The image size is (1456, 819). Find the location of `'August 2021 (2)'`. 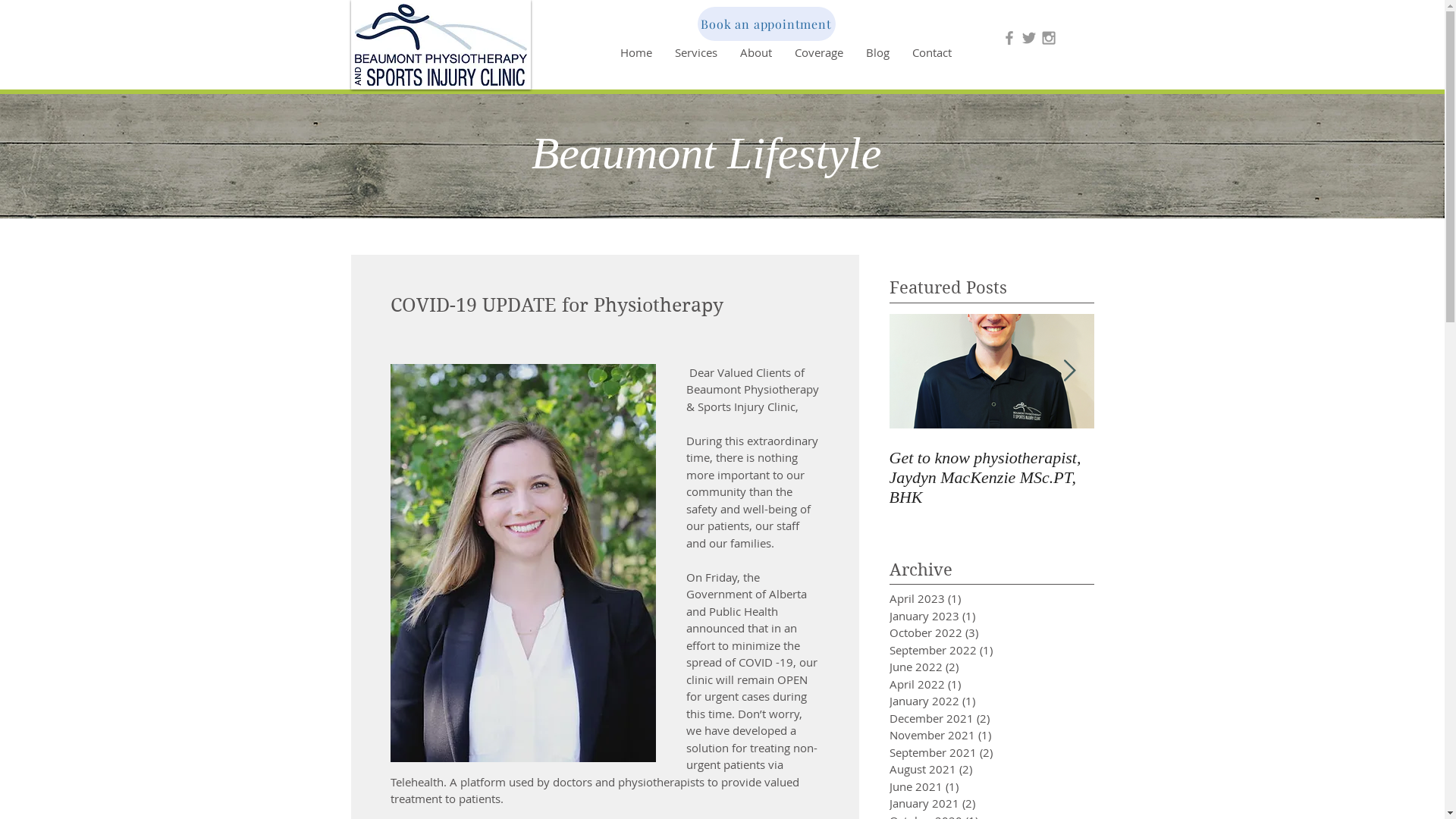

'August 2021 (2)' is located at coordinates (967, 769).